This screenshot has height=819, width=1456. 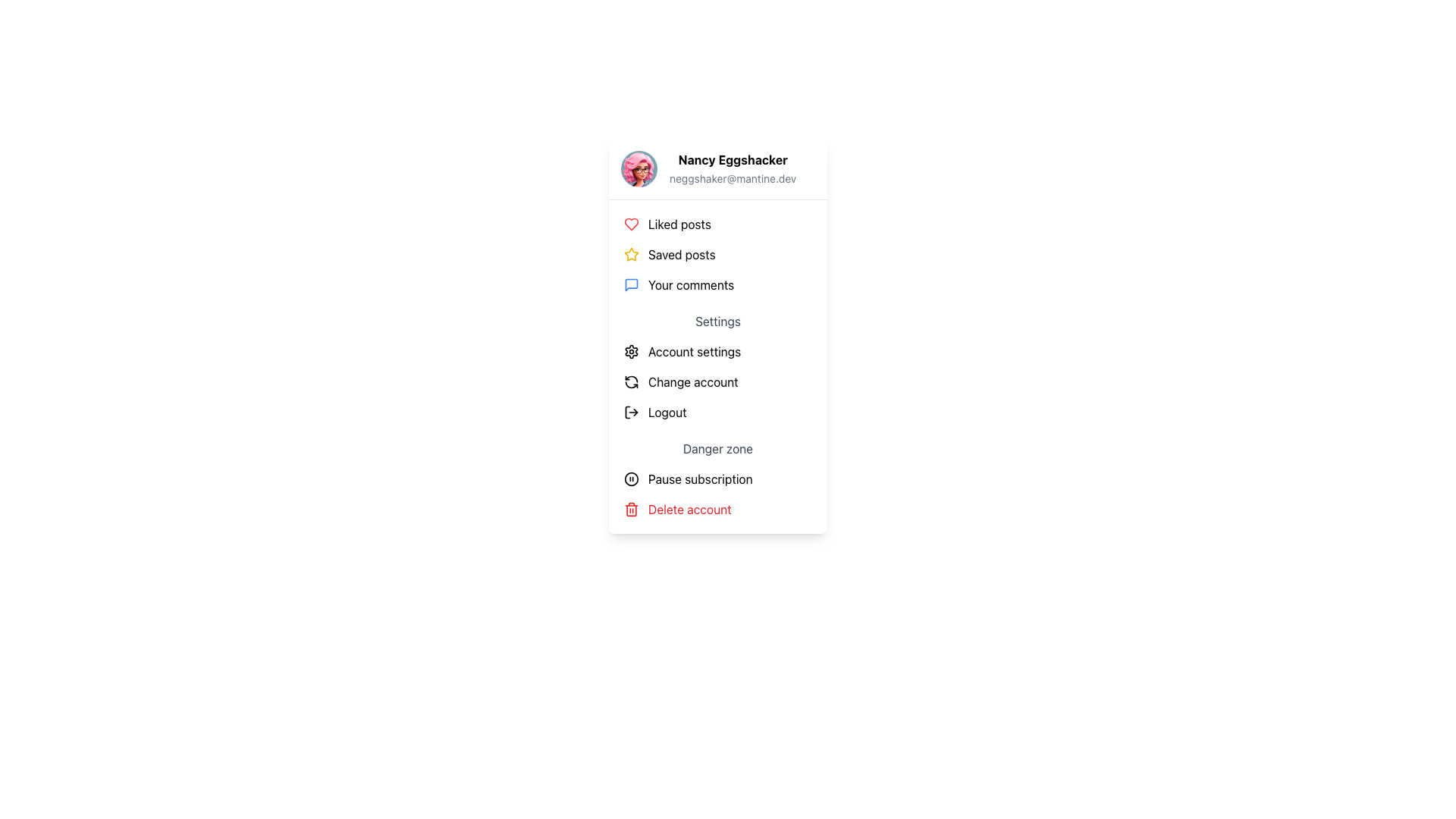 I want to click on the static text element displaying the user's email address beneath 'Nancy Eggshacker' in the user profile menu, so click(x=733, y=177).